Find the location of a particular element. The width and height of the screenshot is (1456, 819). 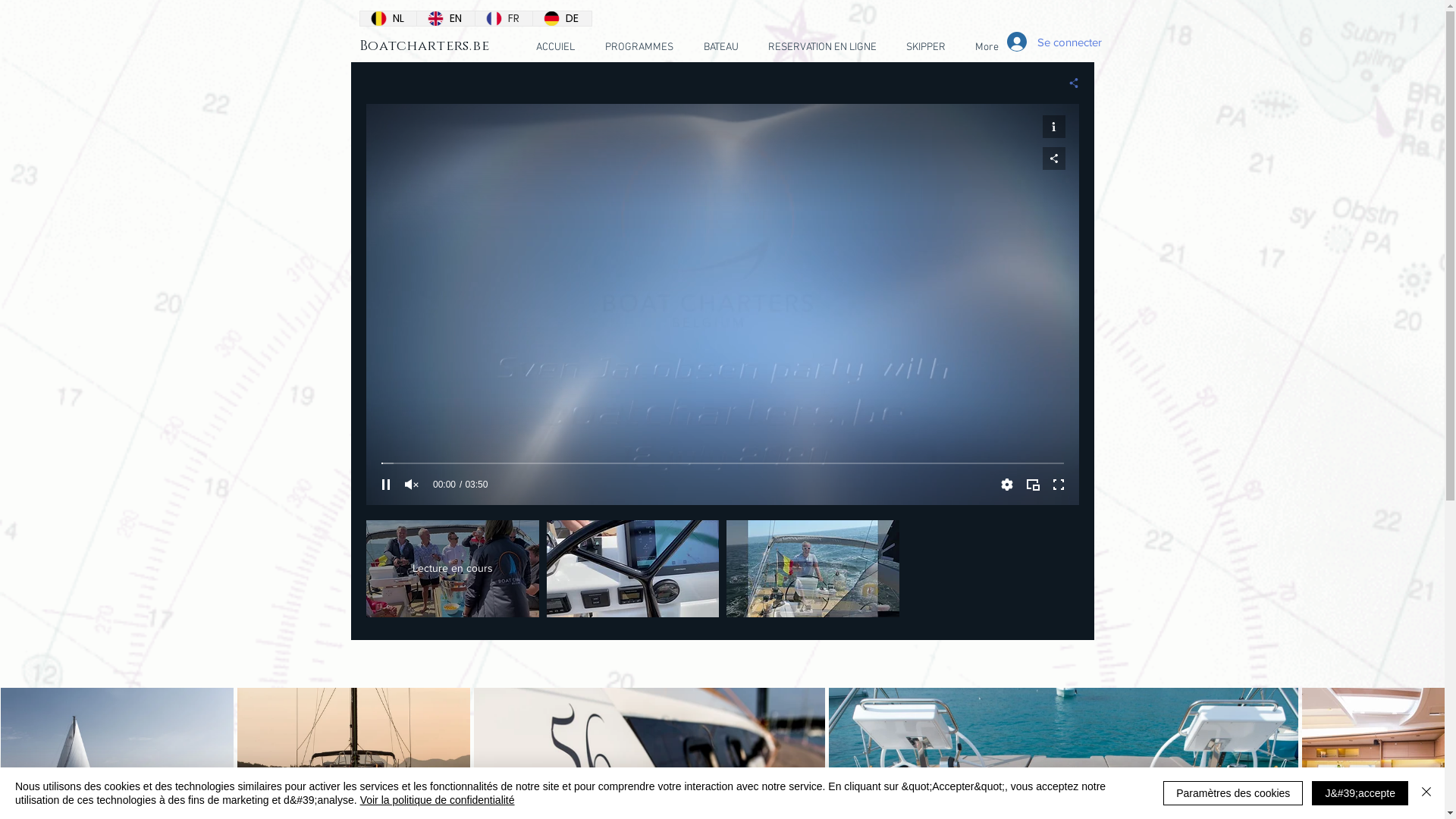

'Se connecter' is located at coordinates (1040, 40).